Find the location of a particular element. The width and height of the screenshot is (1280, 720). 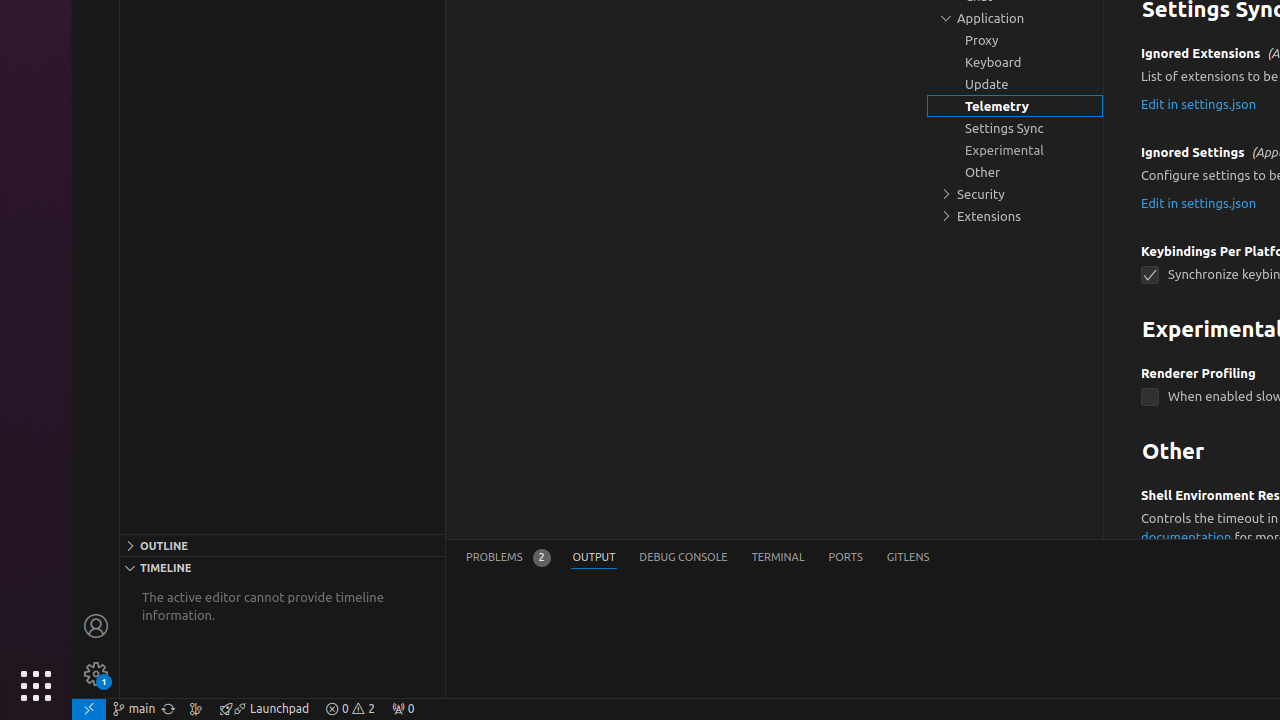

'Application, group' is located at coordinates (1015, 18).